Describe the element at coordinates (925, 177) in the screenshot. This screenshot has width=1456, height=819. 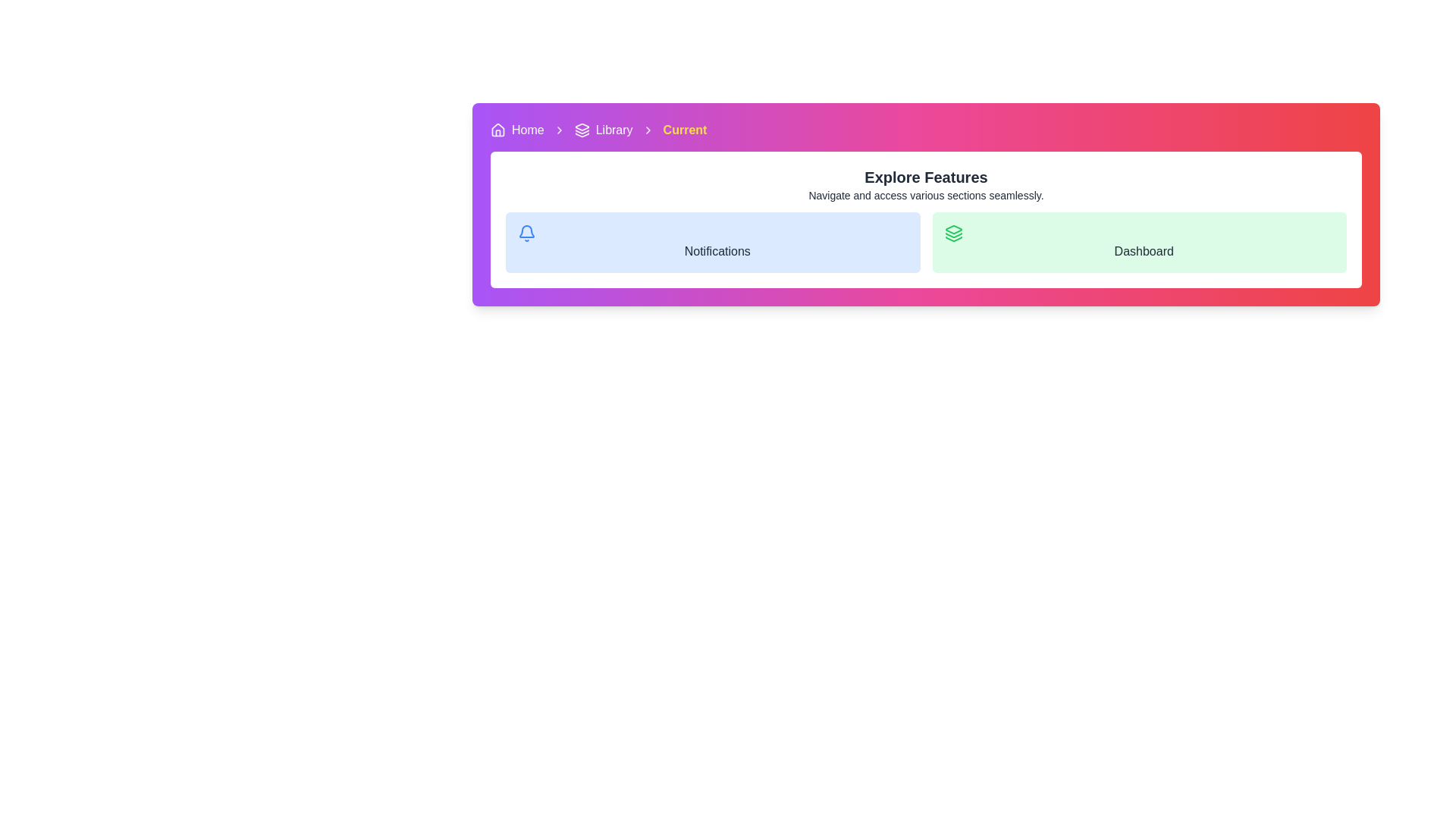
I see `the bold text that says 'Explore Features' located at the top center of the card layout` at that location.